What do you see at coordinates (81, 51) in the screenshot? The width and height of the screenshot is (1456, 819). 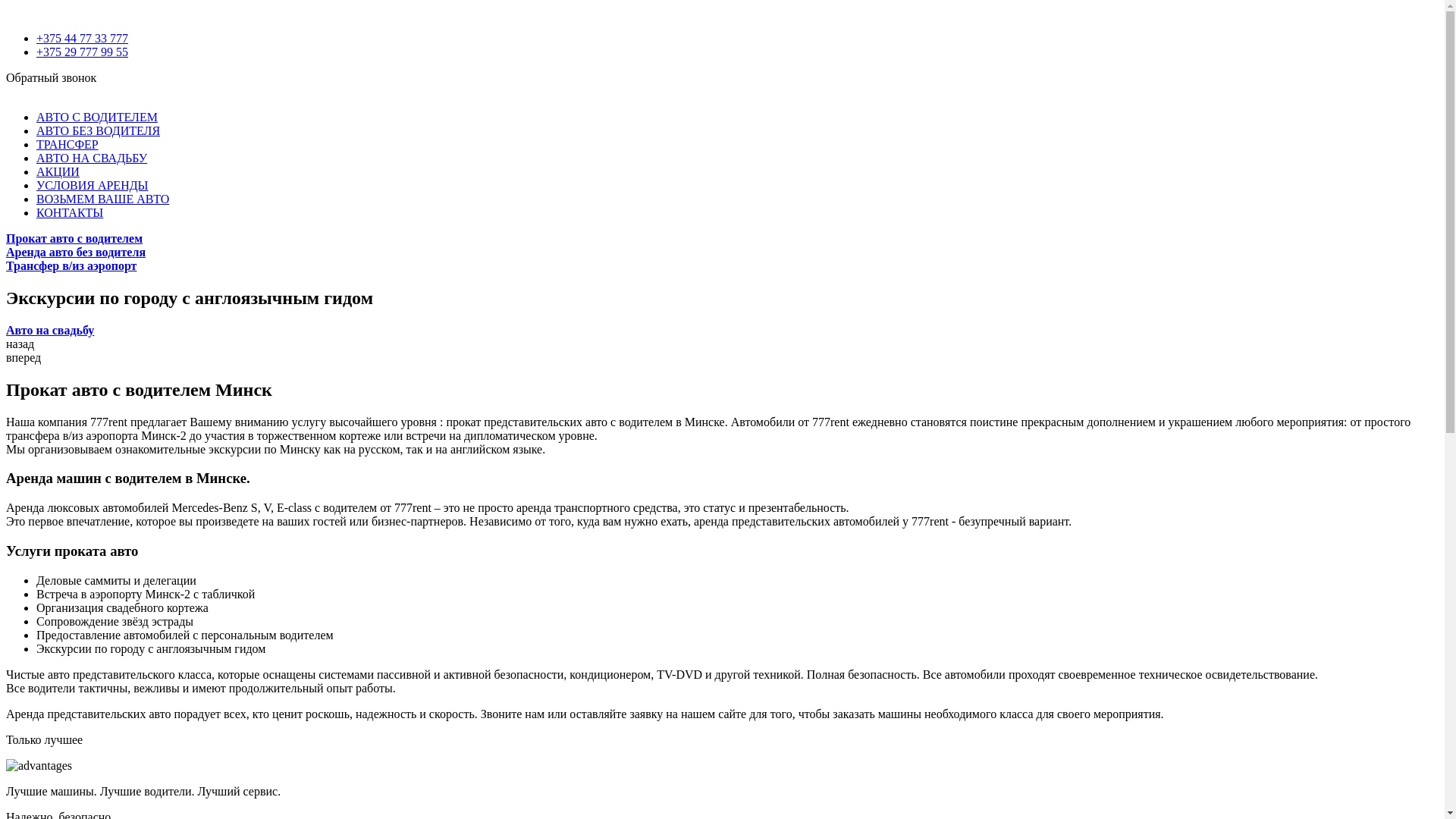 I see `'+375 29 777 99 55'` at bounding box center [81, 51].